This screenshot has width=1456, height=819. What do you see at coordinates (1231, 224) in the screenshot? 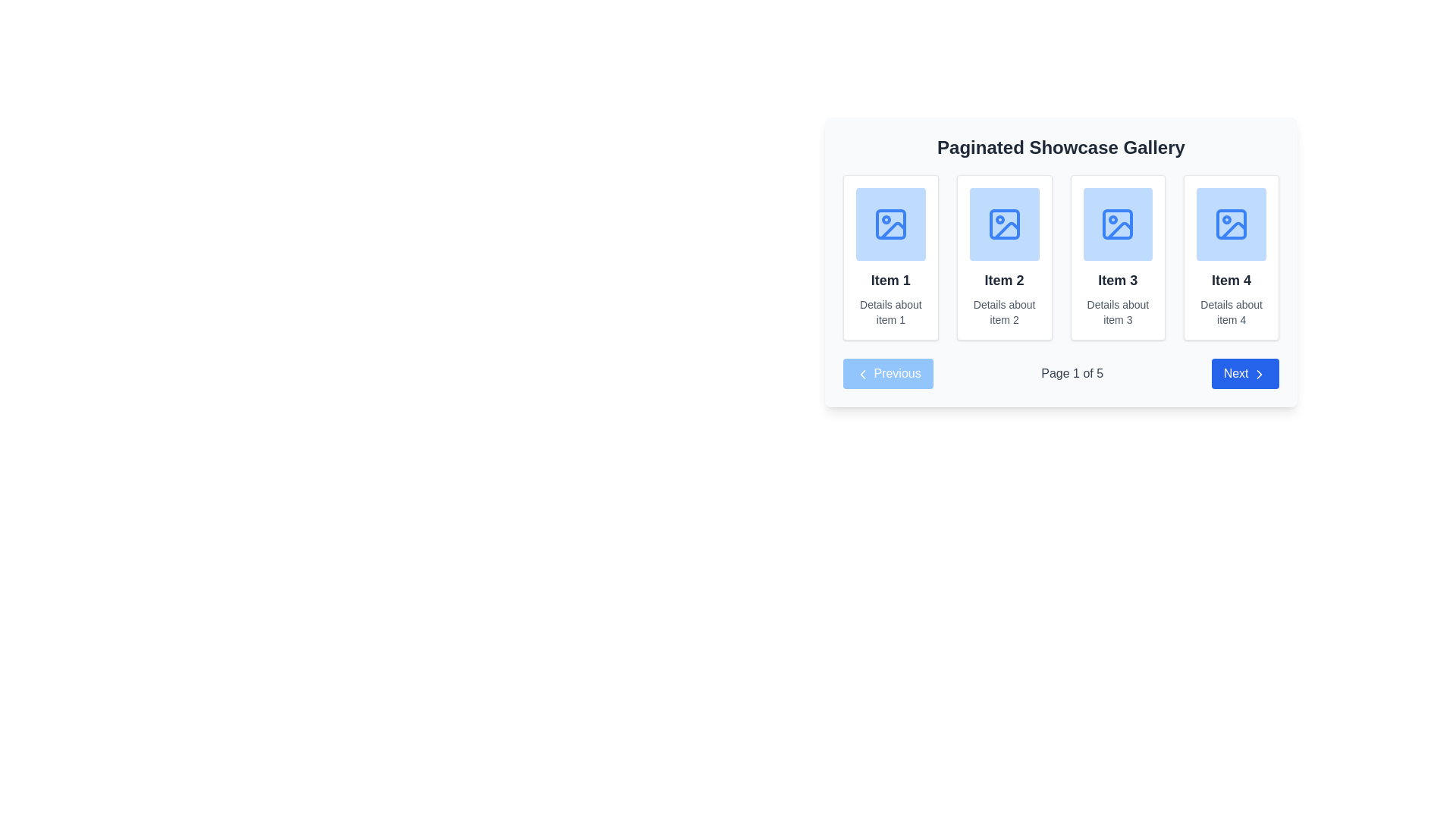
I see `the icon located within the fourth card titled 'Item 4' in the 'Paginated Showcase Gallery' interface, positioned towards the far-right of the card layout, adjacent to the 'Next' button` at bounding box center [1231, 224].